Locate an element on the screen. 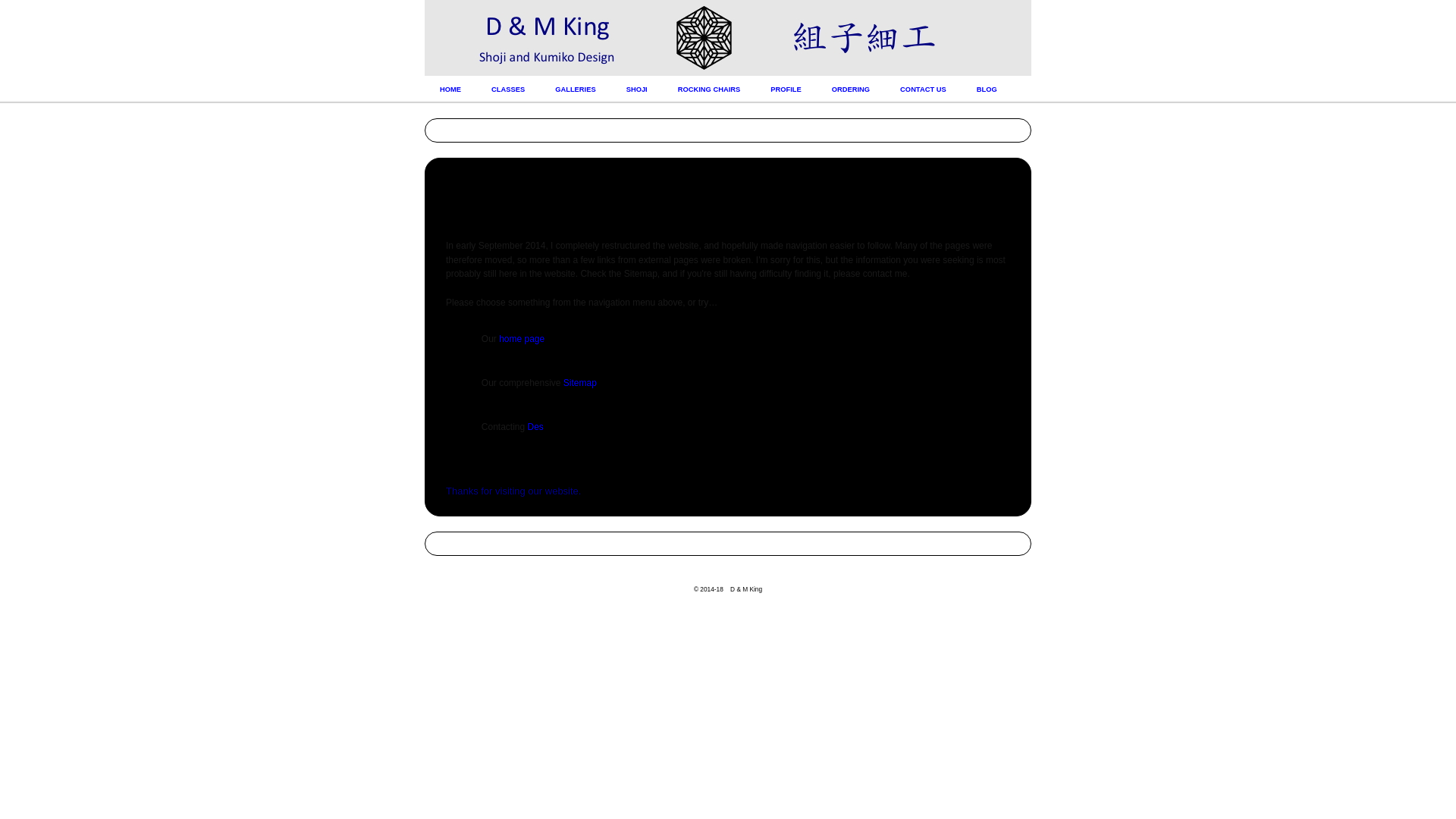 Image resolution: width=1456 pixels, height=819 pixels. 'Sitemap' is located at coordinates (579, 382).